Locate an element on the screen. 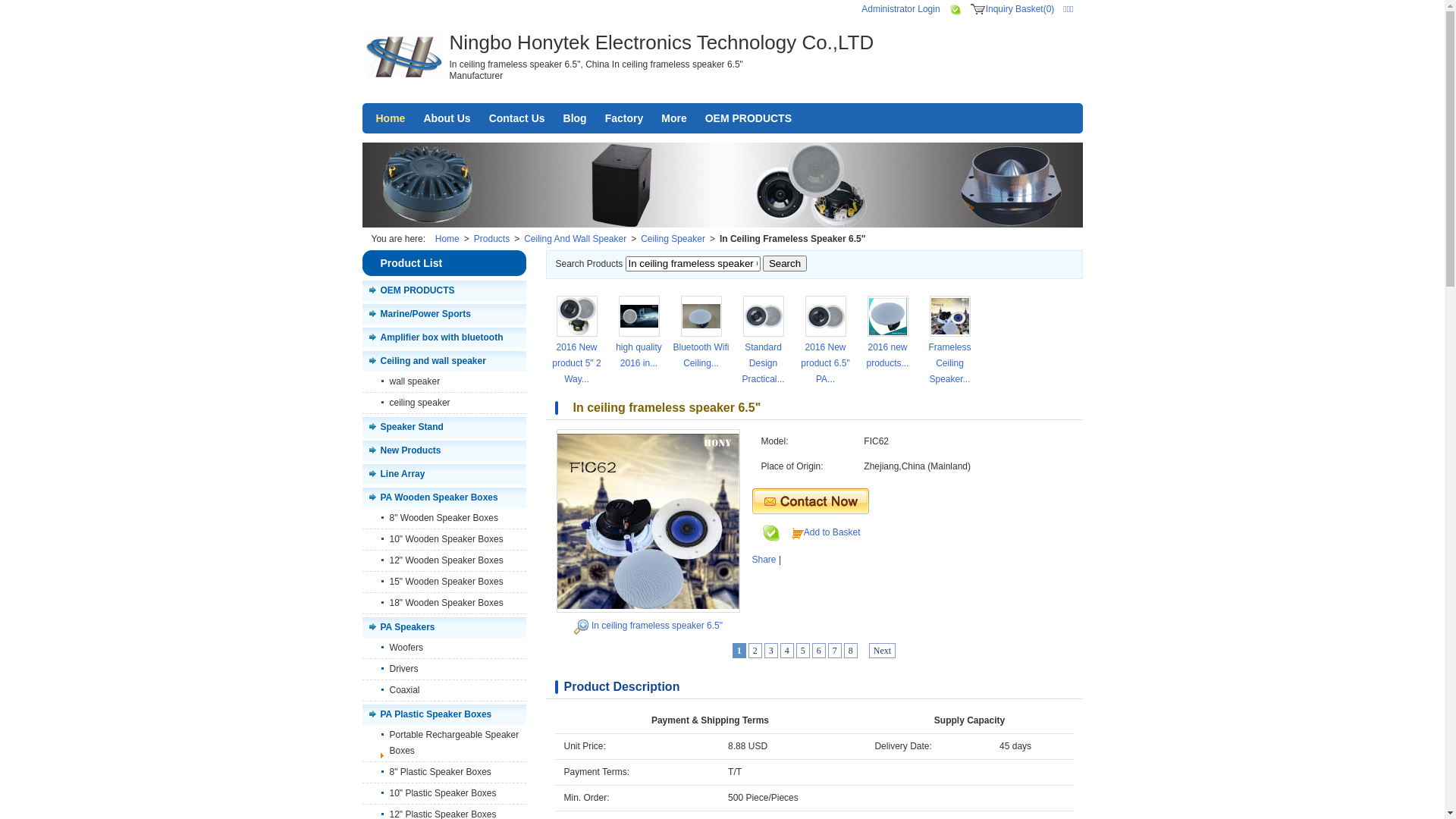 This screenshot has width=1456, height=819. '12" Wooden Speaker Boxes' is located at coordinates (362, 561).